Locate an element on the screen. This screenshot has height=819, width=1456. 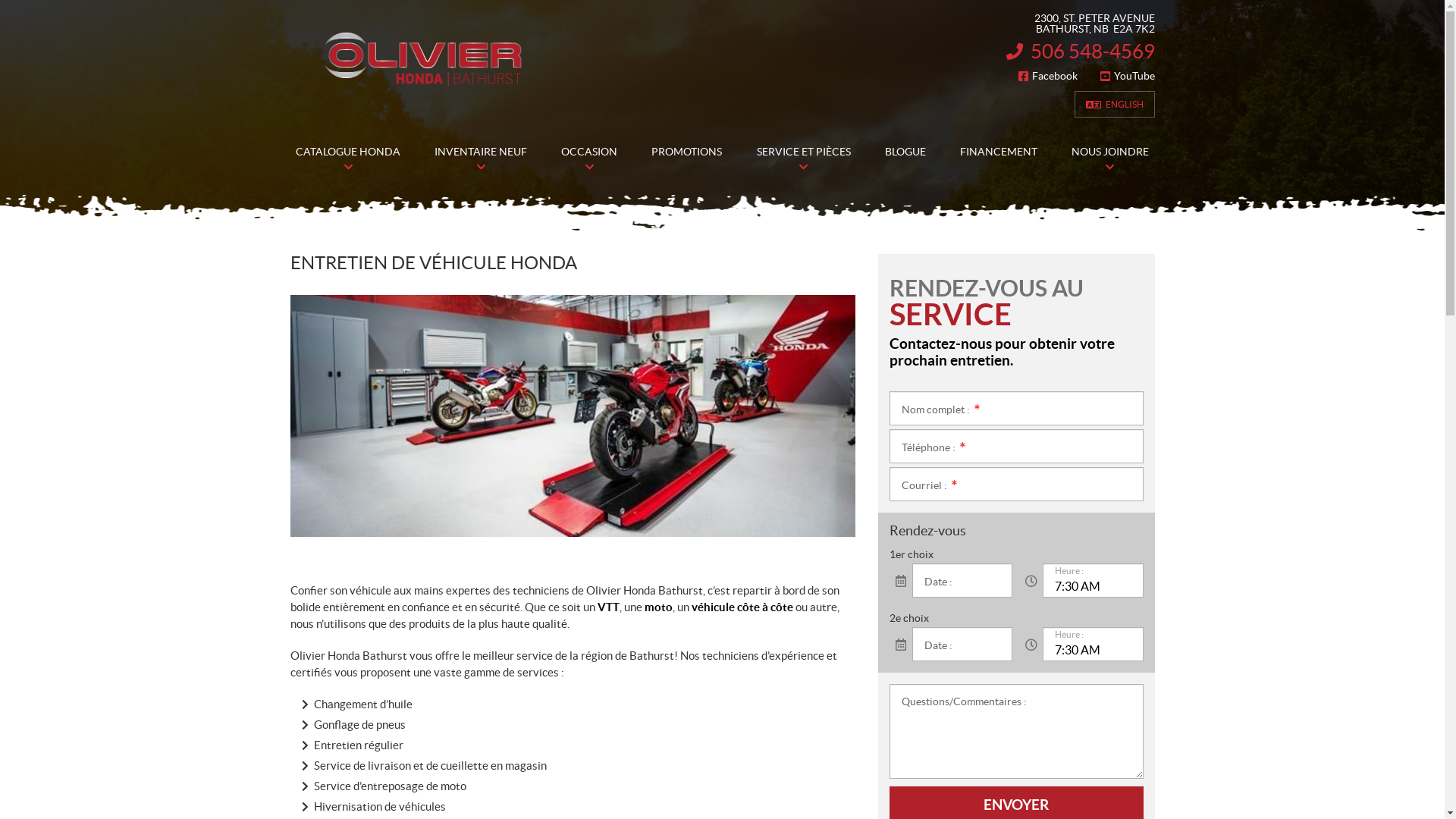
'INVENTAIRE NEUF' is located at coordinates (480, 152).